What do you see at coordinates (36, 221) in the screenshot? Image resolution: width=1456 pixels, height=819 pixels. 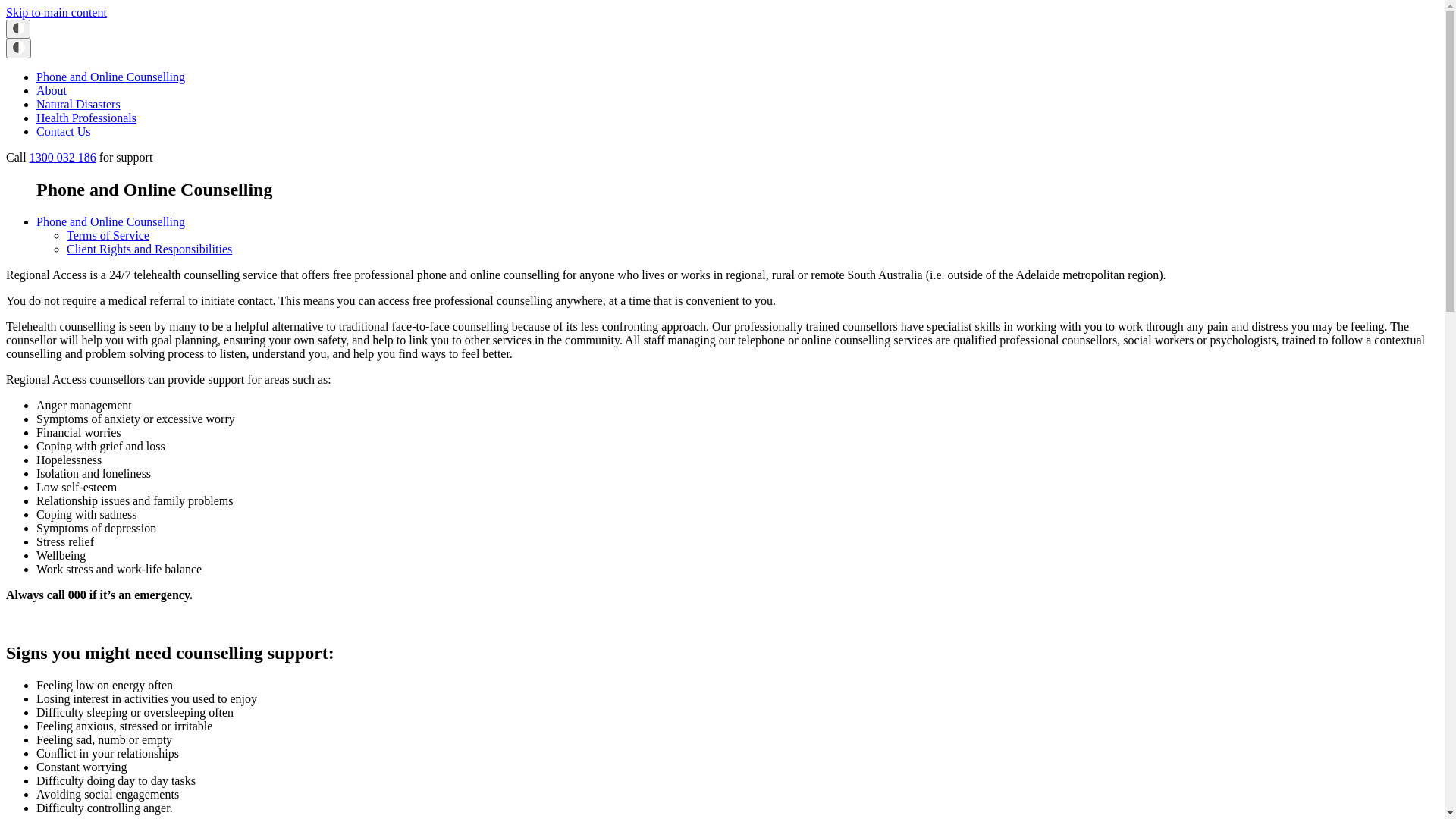 I see `'Phone and Online Counselling'` at bounding box center [36, 221].